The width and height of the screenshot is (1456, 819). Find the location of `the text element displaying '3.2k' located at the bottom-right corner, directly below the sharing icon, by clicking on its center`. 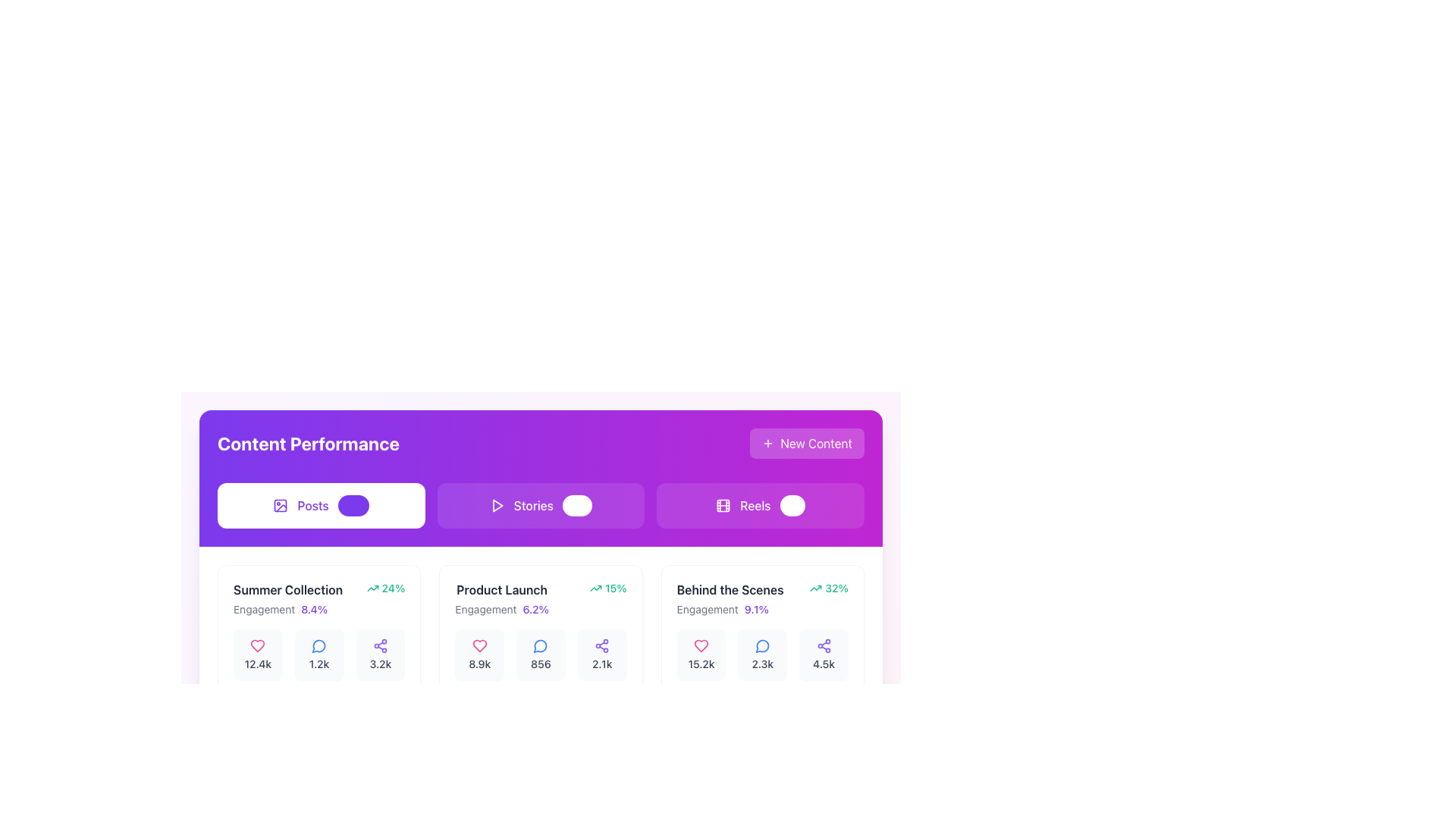

the text element displaying '3.2k' located at the bottom-right corner, directly below the sharing icon, by clicking on its center is located at coordinates (380, 663).